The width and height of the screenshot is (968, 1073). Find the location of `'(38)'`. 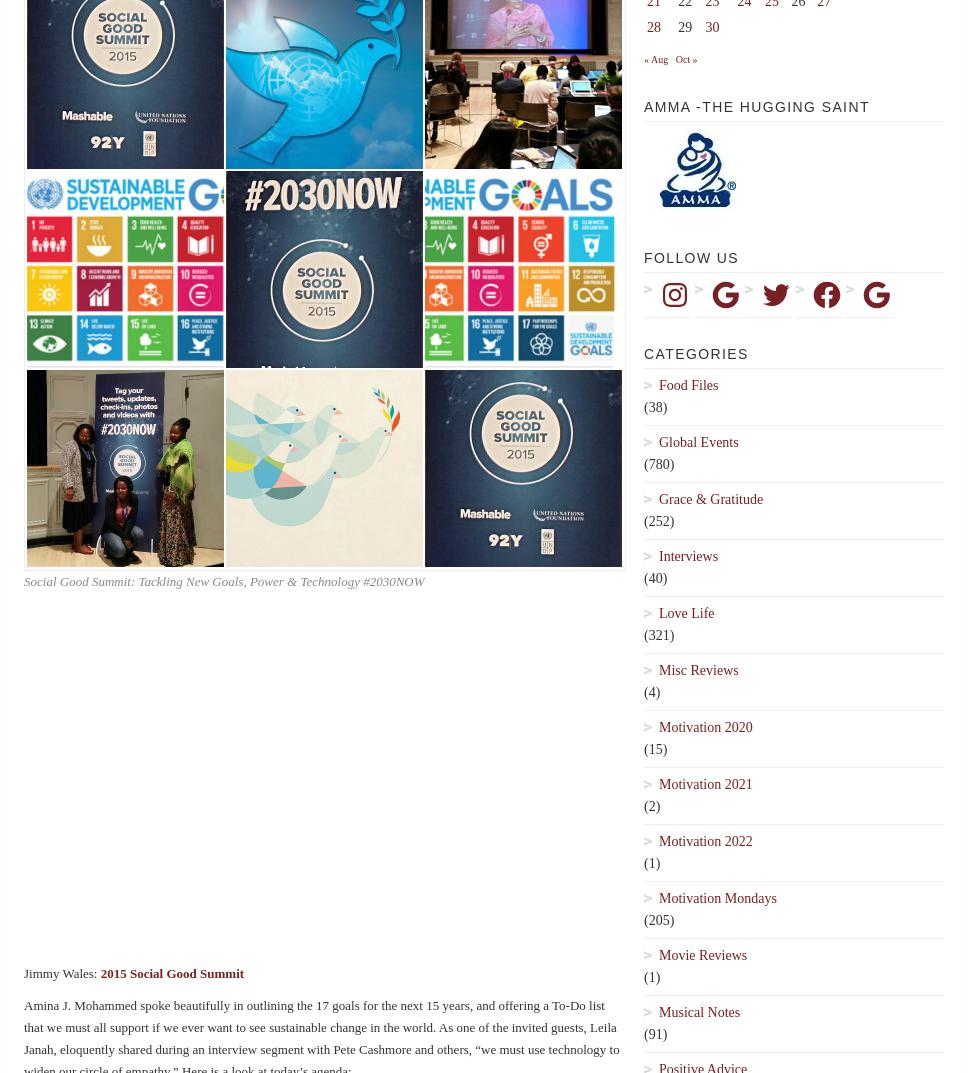

'(38)' is located at coordinates (655, 406).